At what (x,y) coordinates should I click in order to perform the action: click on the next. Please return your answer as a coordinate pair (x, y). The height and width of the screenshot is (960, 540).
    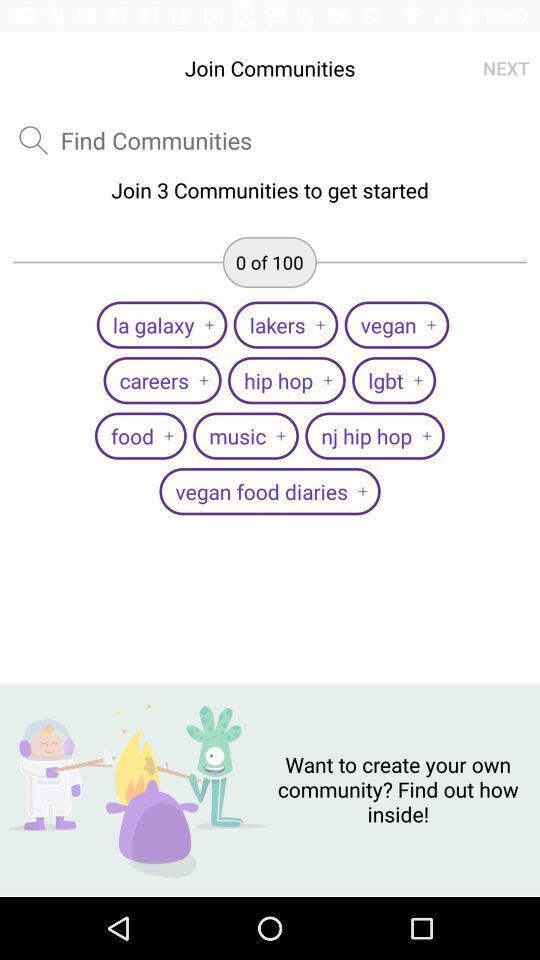
    Looking at the image, I should click on (505, 68).